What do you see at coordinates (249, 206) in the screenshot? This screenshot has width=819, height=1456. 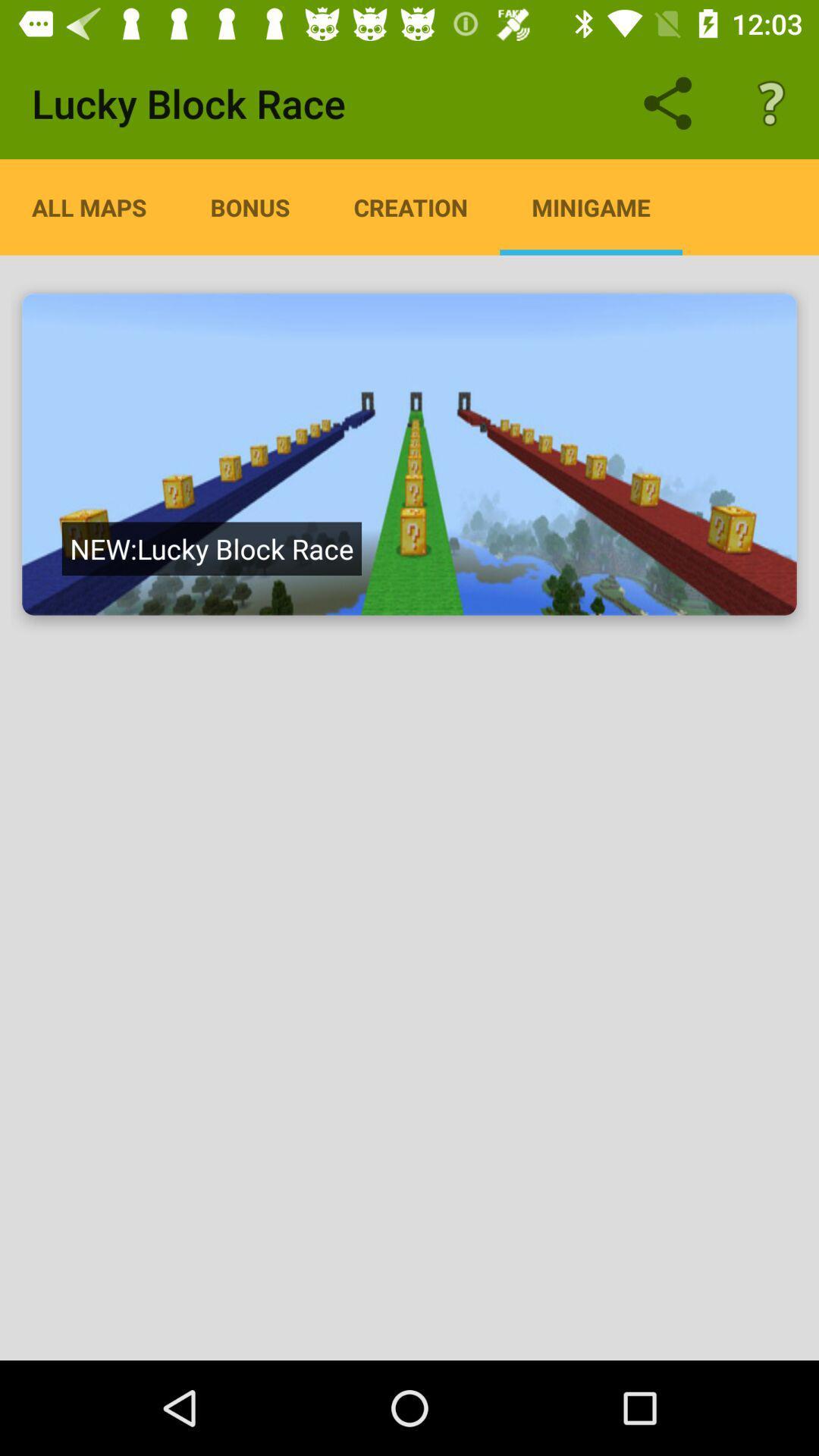 I see `the bonus item` at bounding box center [249, 206].